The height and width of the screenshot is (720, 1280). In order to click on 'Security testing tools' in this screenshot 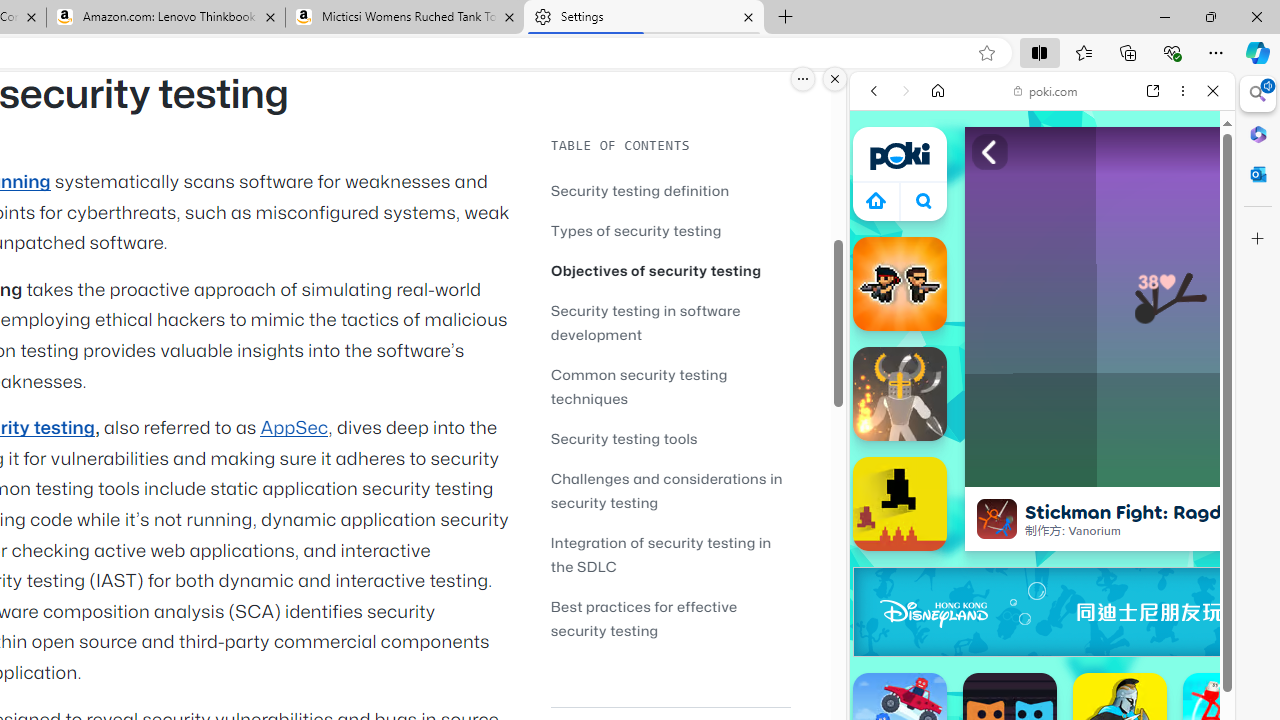, I will do `click(670, 437)`.